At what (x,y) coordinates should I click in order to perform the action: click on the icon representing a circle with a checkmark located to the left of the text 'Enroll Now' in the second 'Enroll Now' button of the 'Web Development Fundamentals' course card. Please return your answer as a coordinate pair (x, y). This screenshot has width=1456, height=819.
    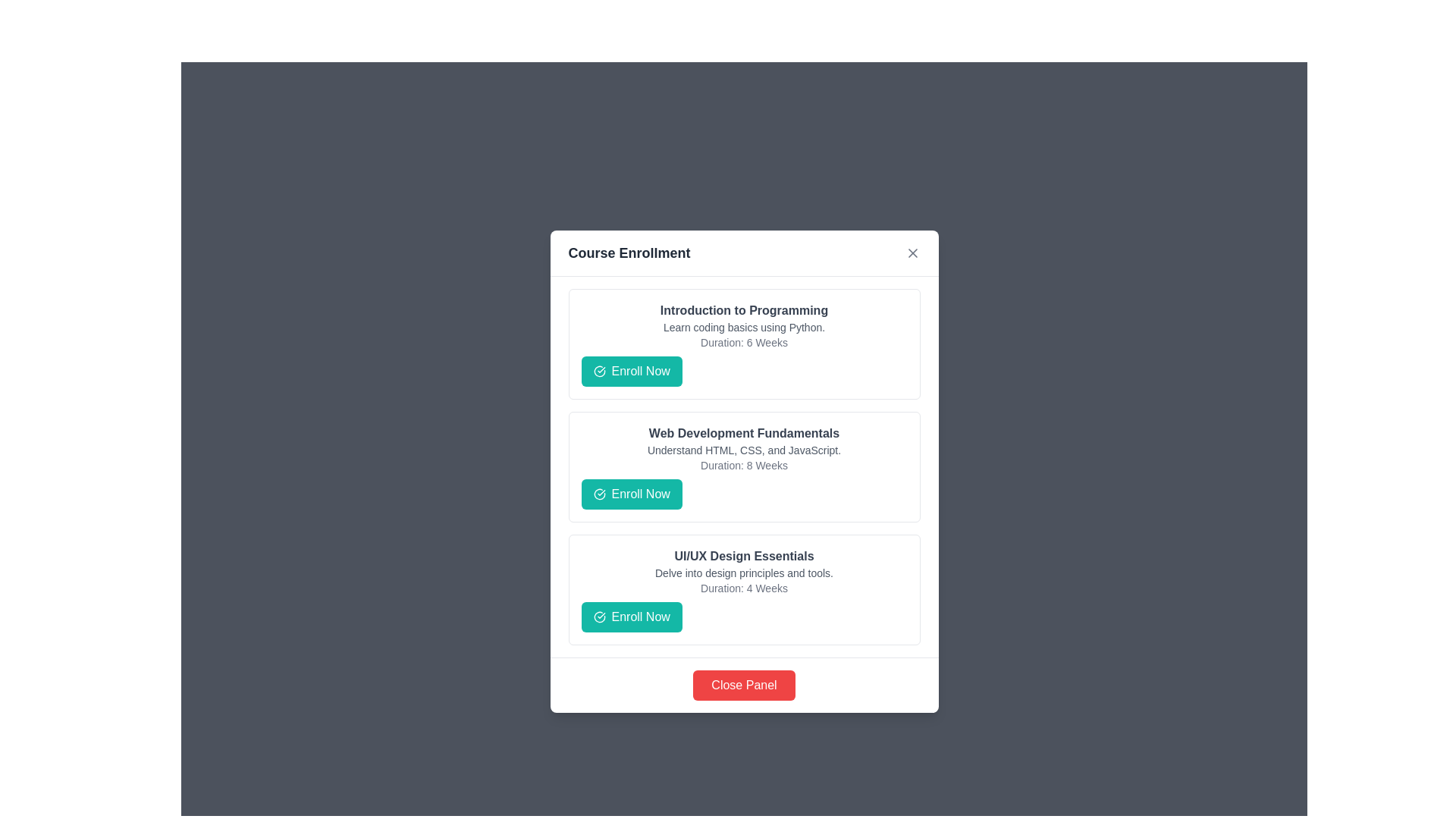
    Looking at the image, I should click on (598, 494).